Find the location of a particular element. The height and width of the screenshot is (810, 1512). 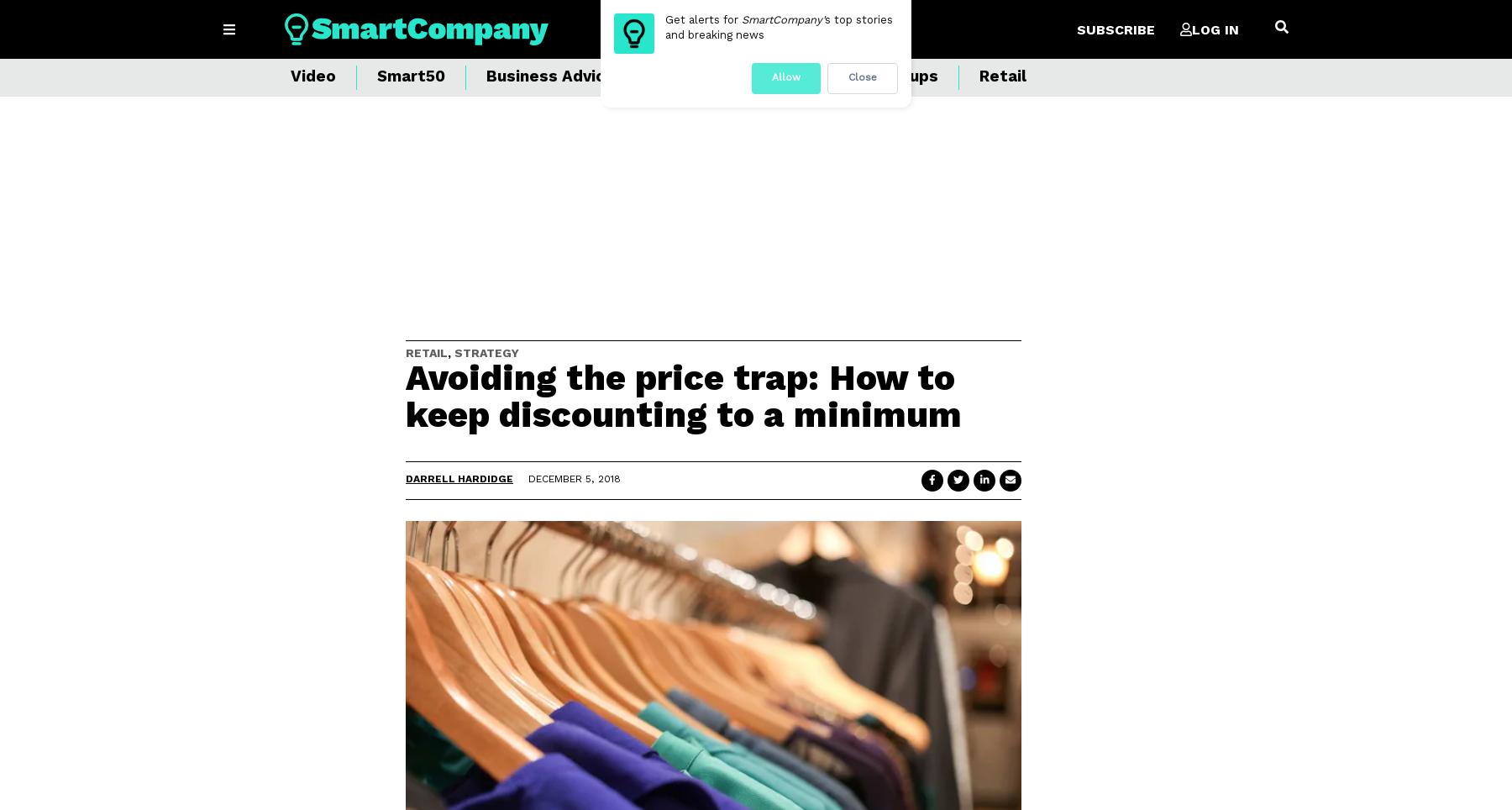

'Events' is located at coordinates (795, 76).